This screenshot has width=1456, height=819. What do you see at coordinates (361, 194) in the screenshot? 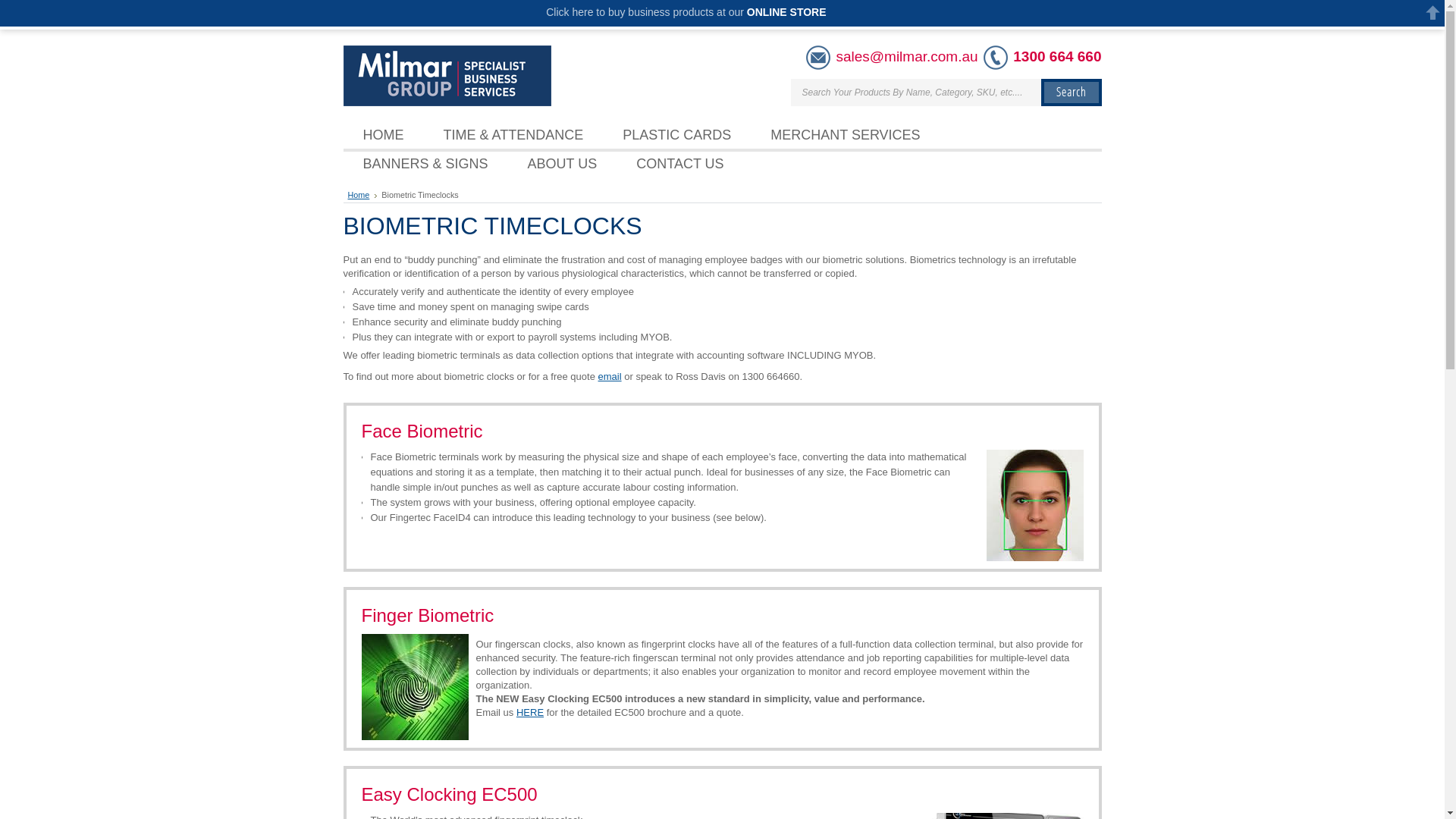
I see `'Home'` at bounding box center [361, 194].